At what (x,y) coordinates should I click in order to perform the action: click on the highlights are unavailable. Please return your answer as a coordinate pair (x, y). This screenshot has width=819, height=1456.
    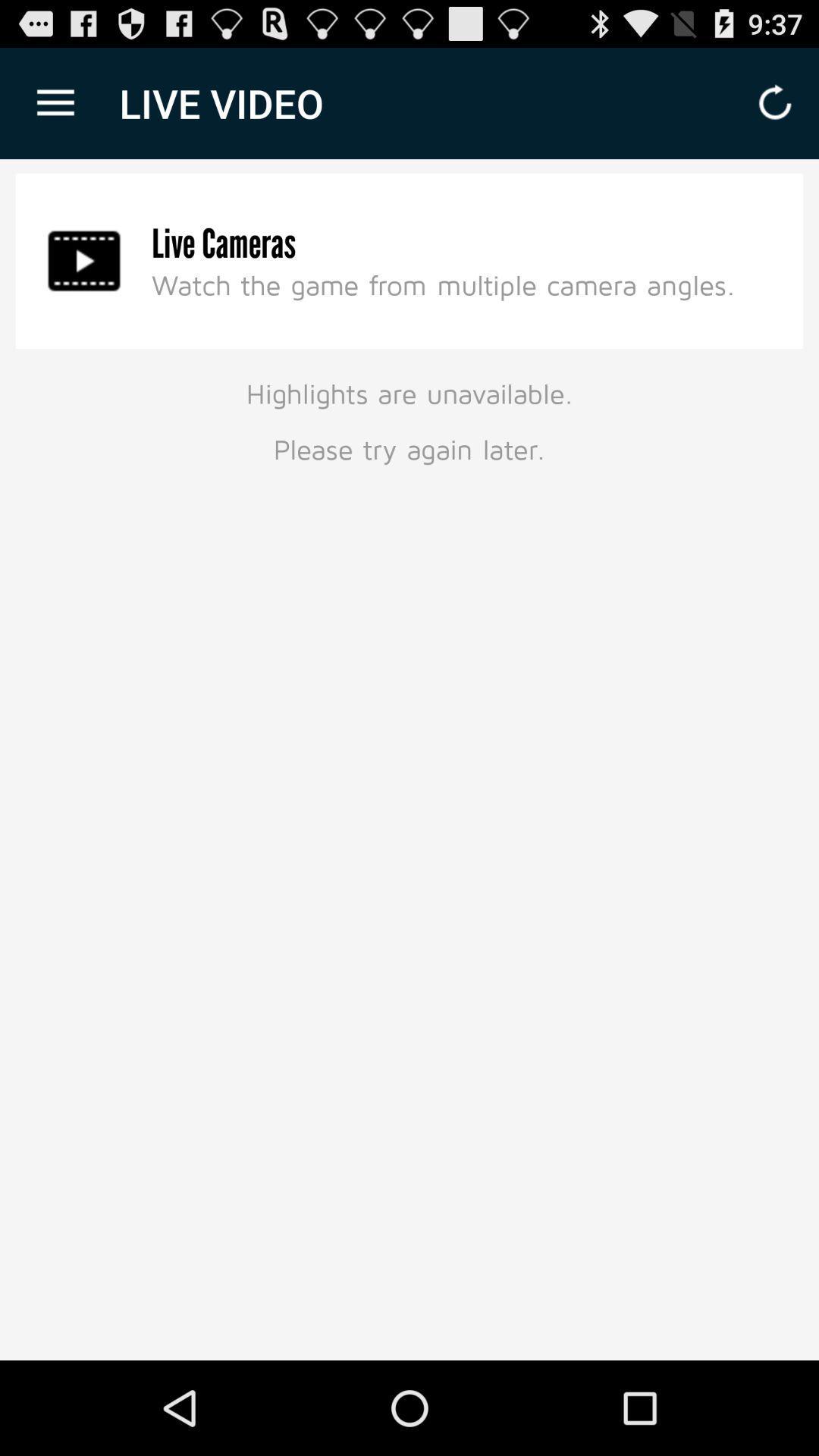
    Looking at the image, I should click on (409, 419).